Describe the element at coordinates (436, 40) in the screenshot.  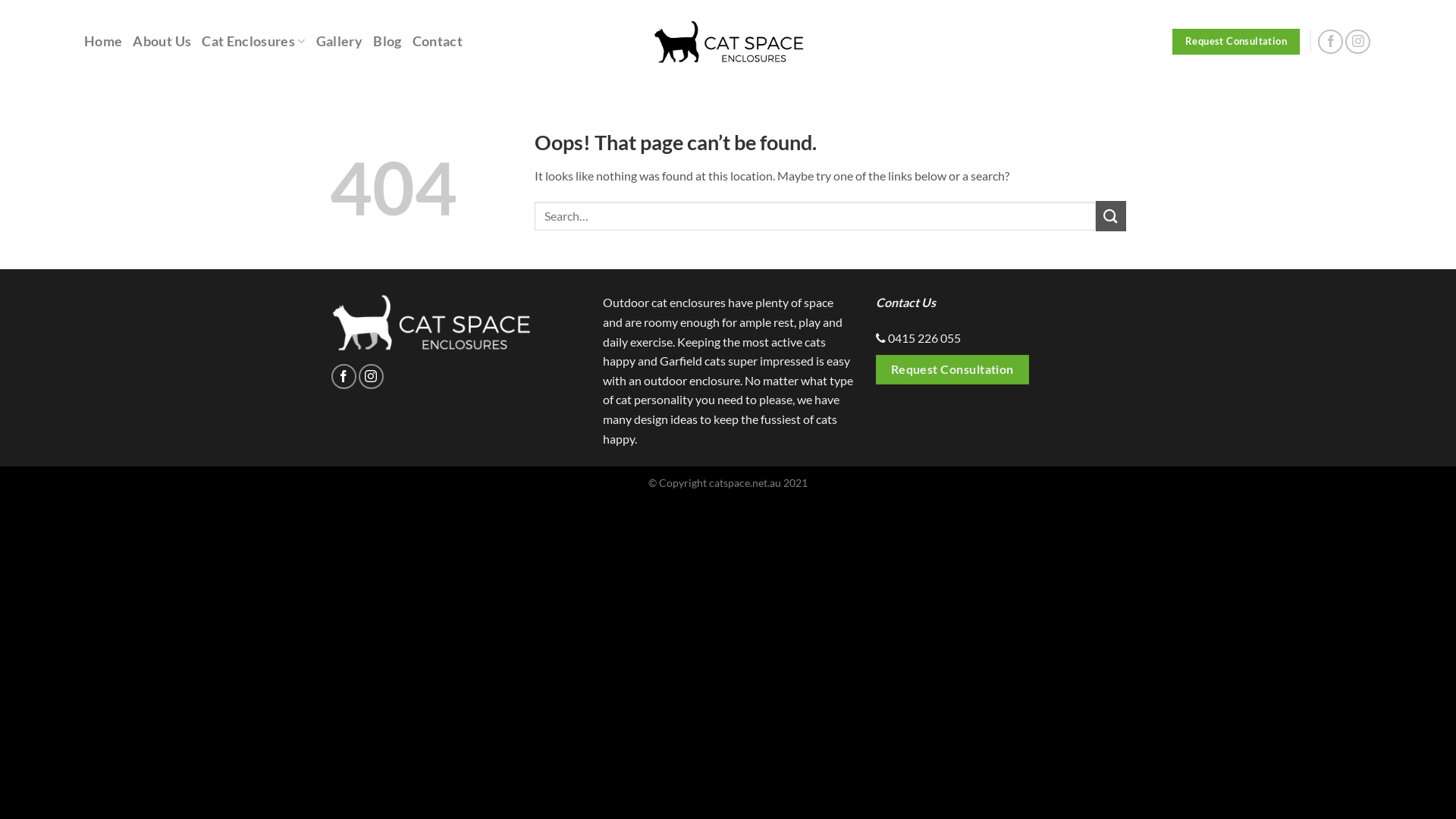
I see `'Contact'` at that location.